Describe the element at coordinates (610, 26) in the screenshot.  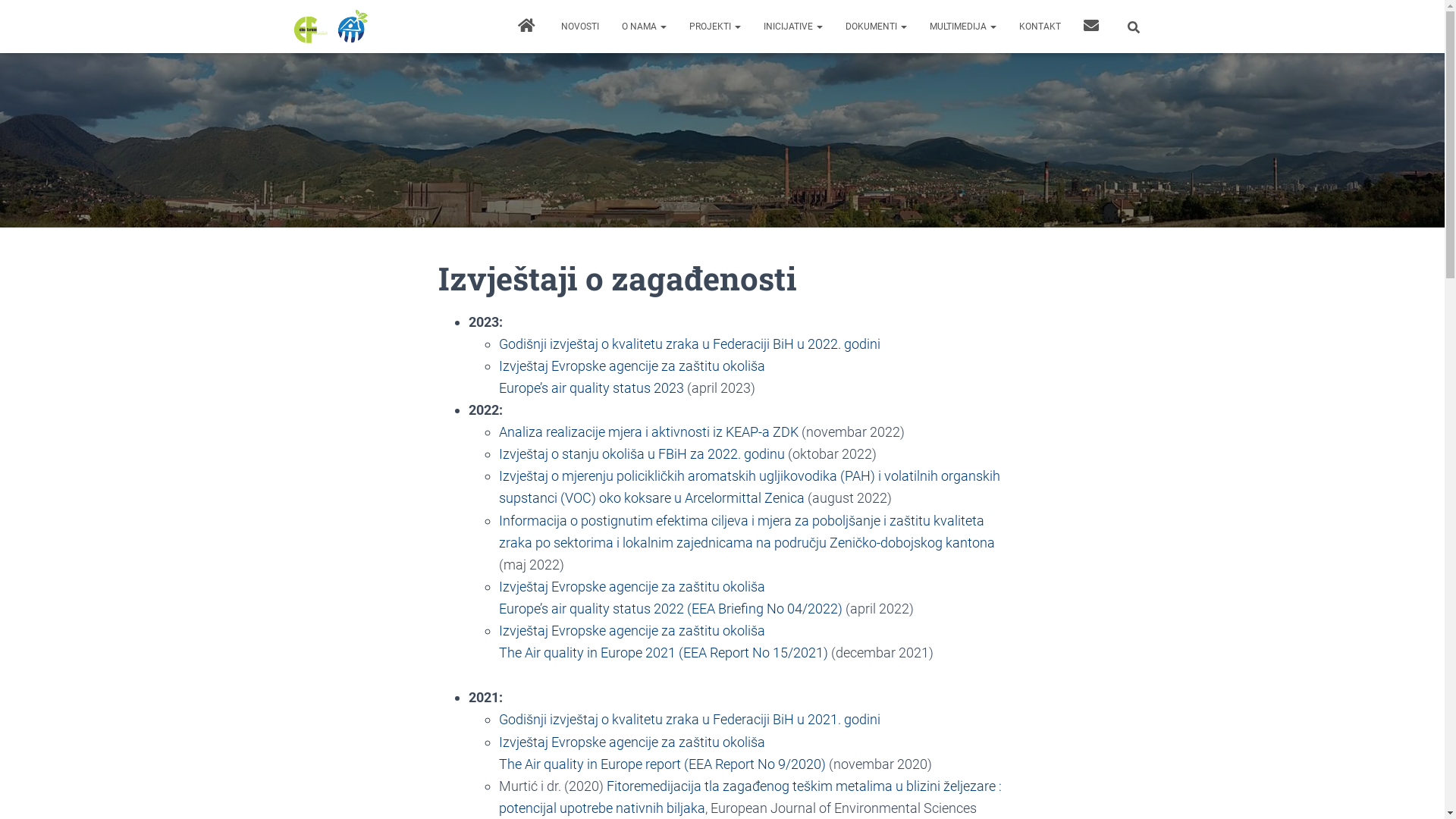
I see `'O NAMA'` at that location.